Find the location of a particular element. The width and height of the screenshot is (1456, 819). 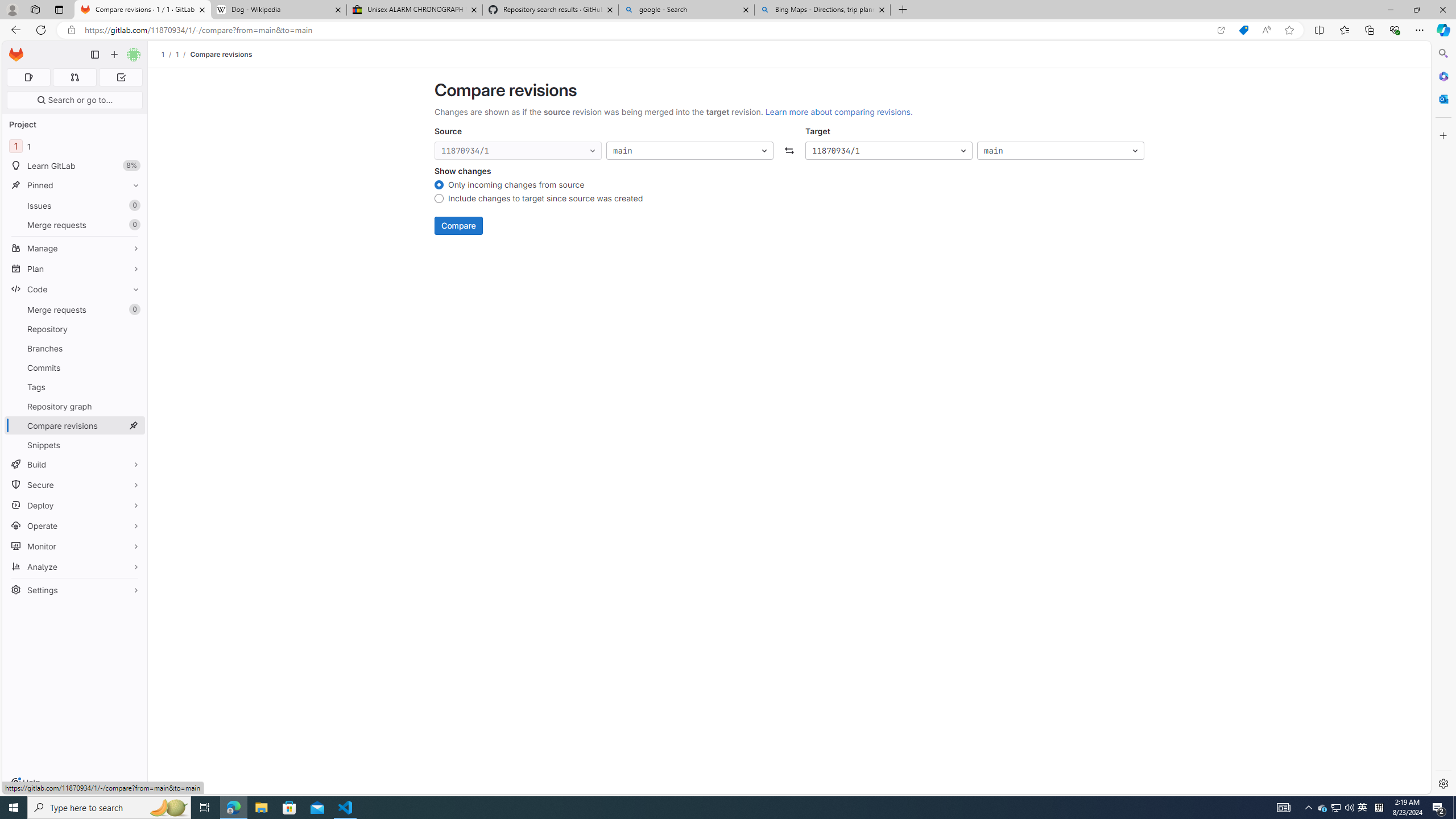

'Pin Repository graph' is located at coordinates (133, 406).